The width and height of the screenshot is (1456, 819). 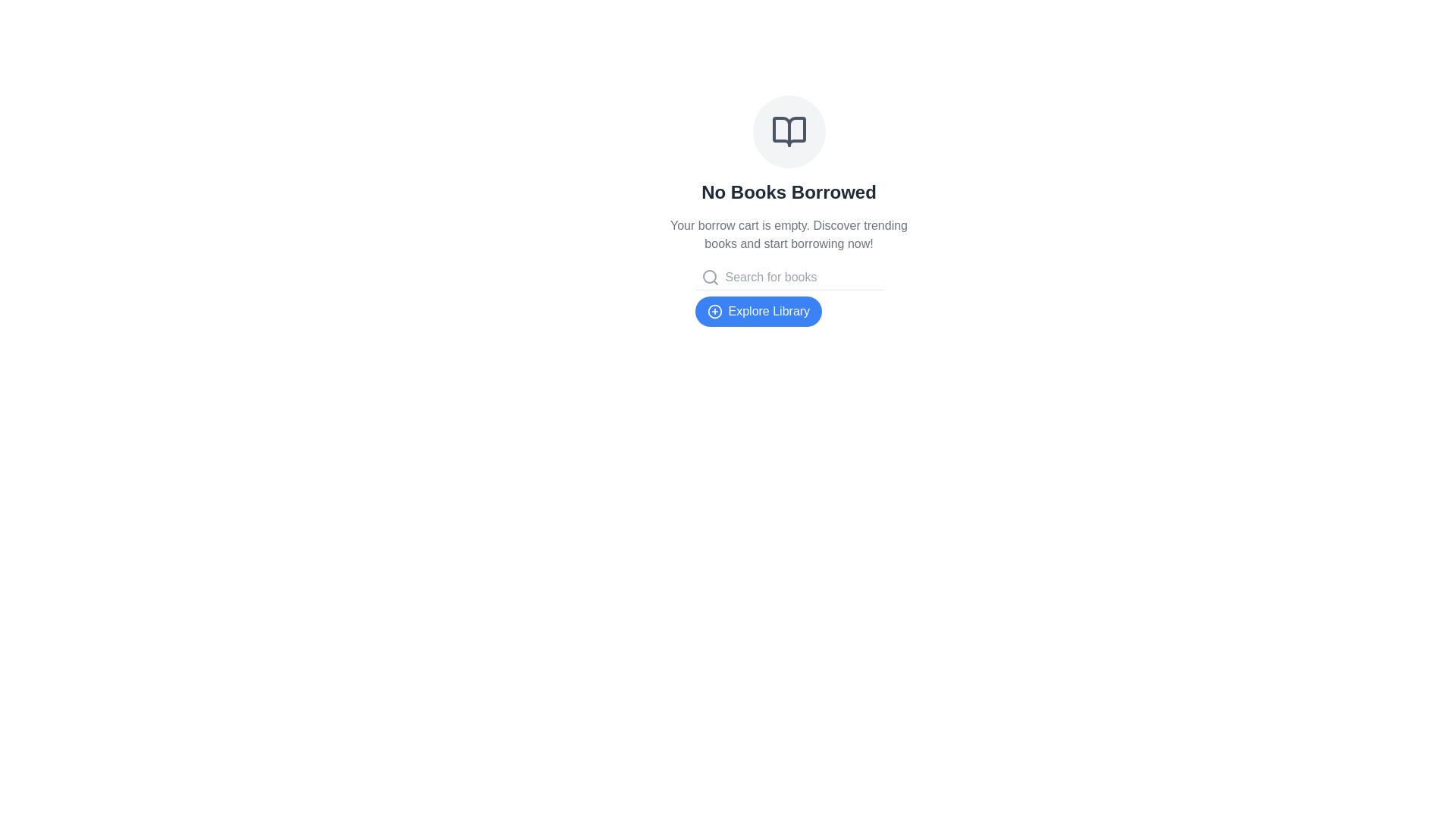 I want to click on the open book SVG icon, which is centrally located above the text 'No Books Borrowed', distinguished by its gray stroke-only illustration style on a light gray circular background, so click(x=789, y=130).